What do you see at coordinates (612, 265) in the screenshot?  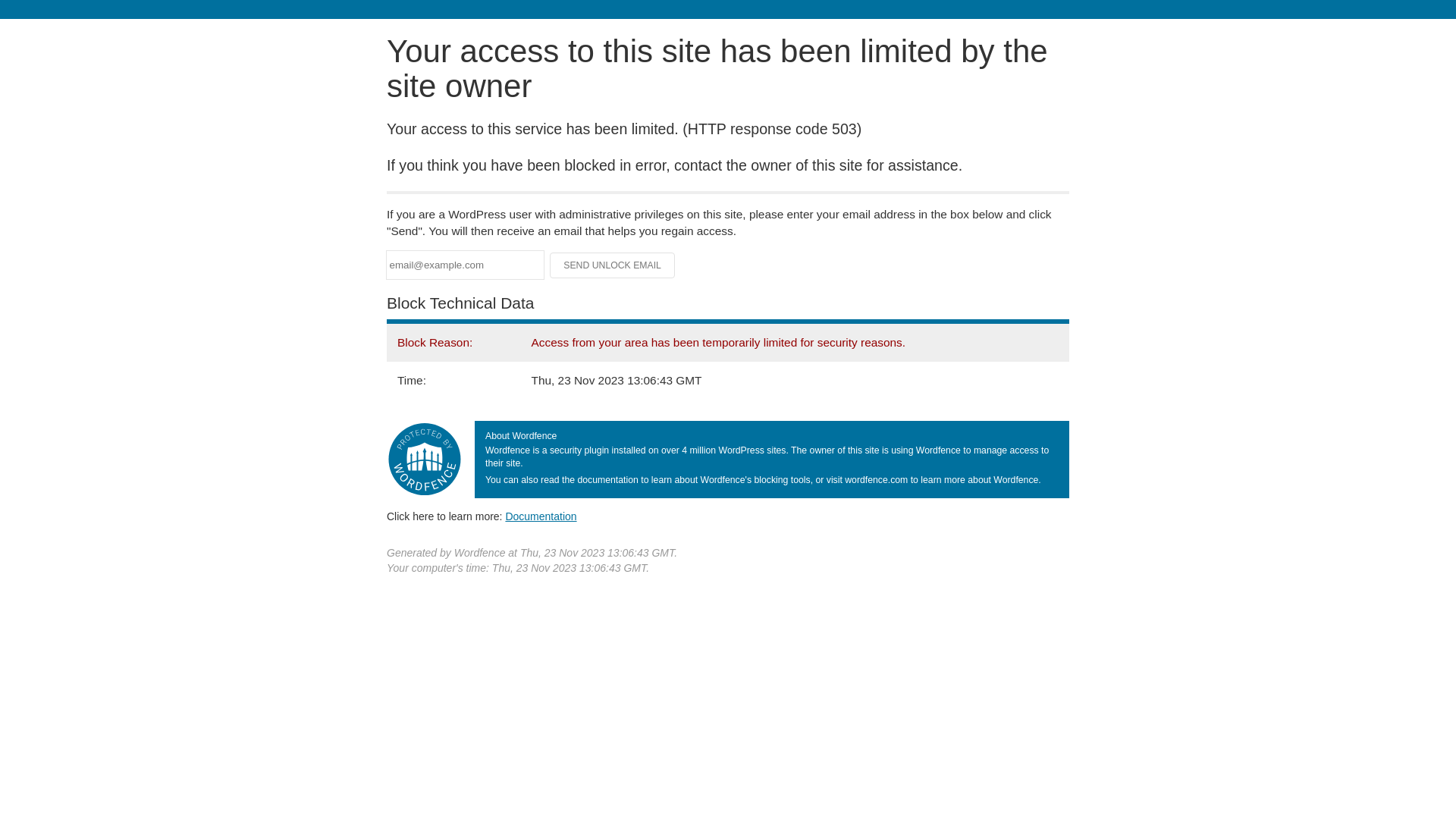 I see `'Send Unlock Email'` at bounding box center [612, 265].